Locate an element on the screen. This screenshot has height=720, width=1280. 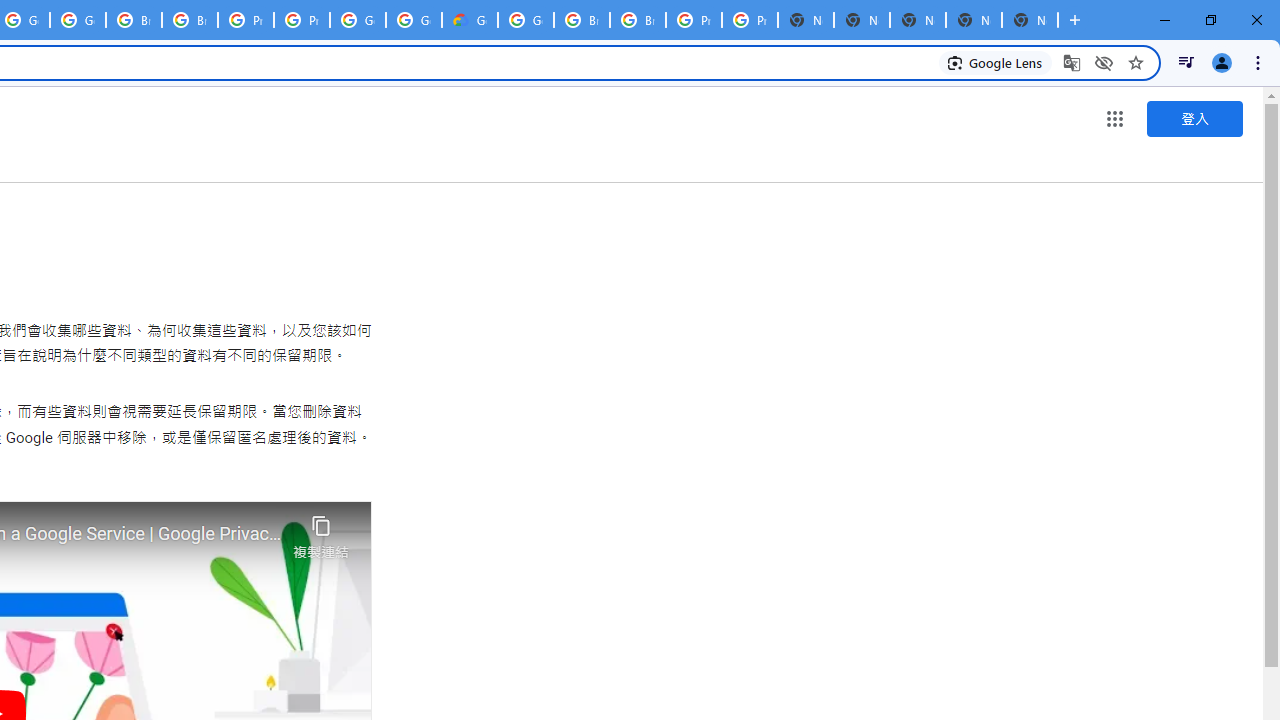
'Chrome' is located at coordinates (1259, 61).